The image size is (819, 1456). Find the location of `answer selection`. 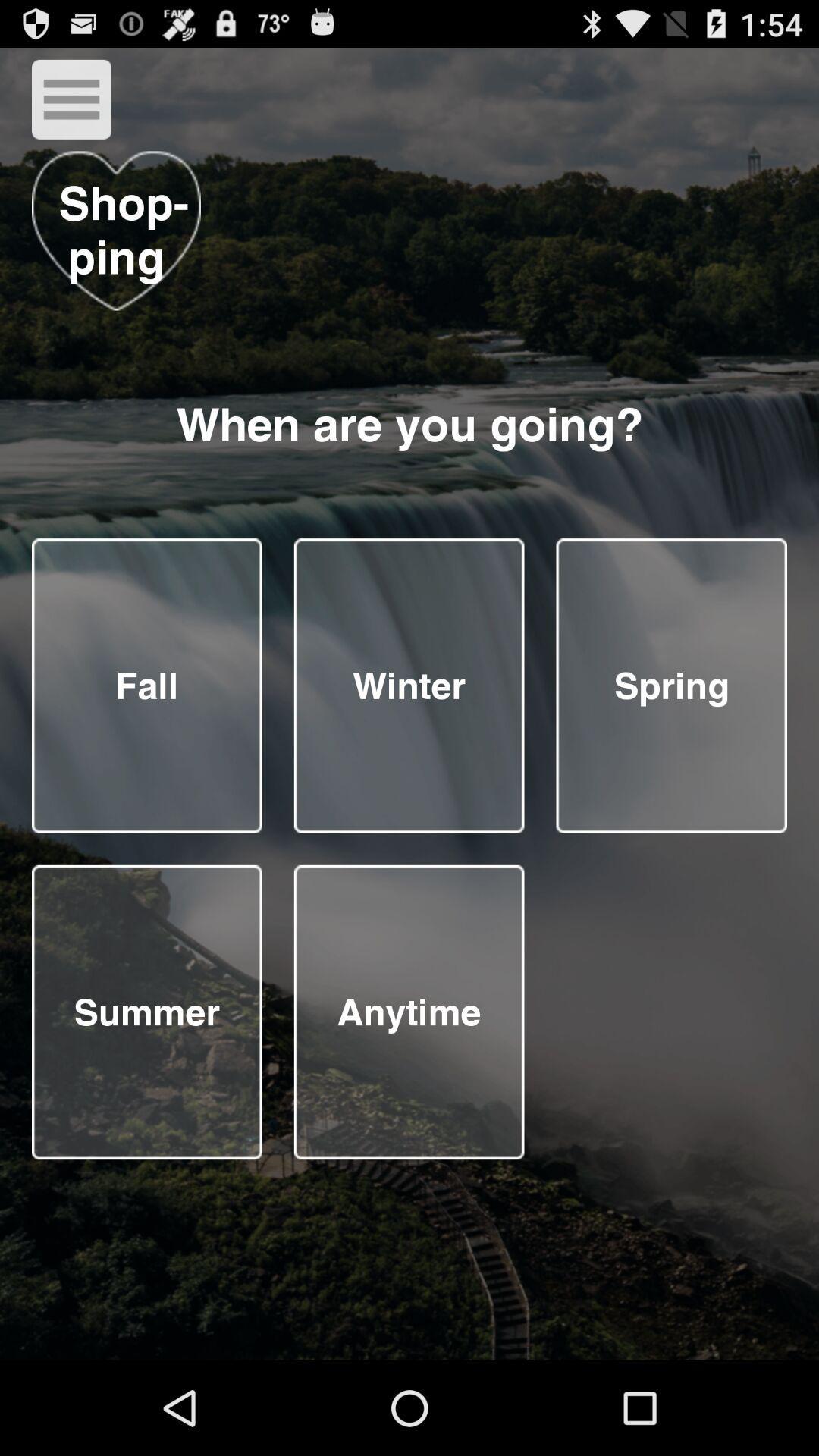

answer selection is located at coordinates (146, 1012).